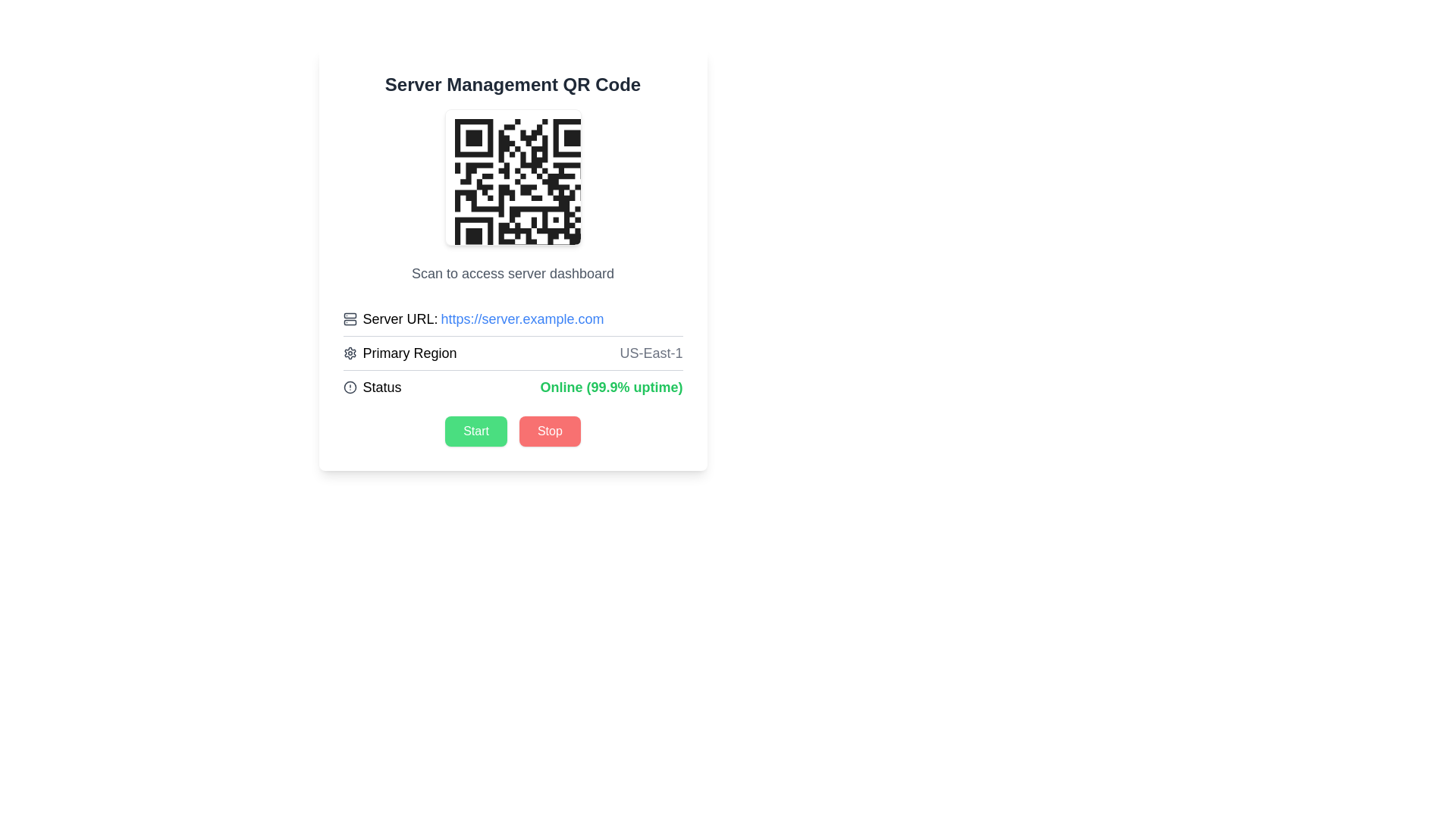 The height and width of the screenshot is (819, 1456). I want to click on the text label reading 'Online (99.9% uptime)' styled in green and bold, so click(611, 386).